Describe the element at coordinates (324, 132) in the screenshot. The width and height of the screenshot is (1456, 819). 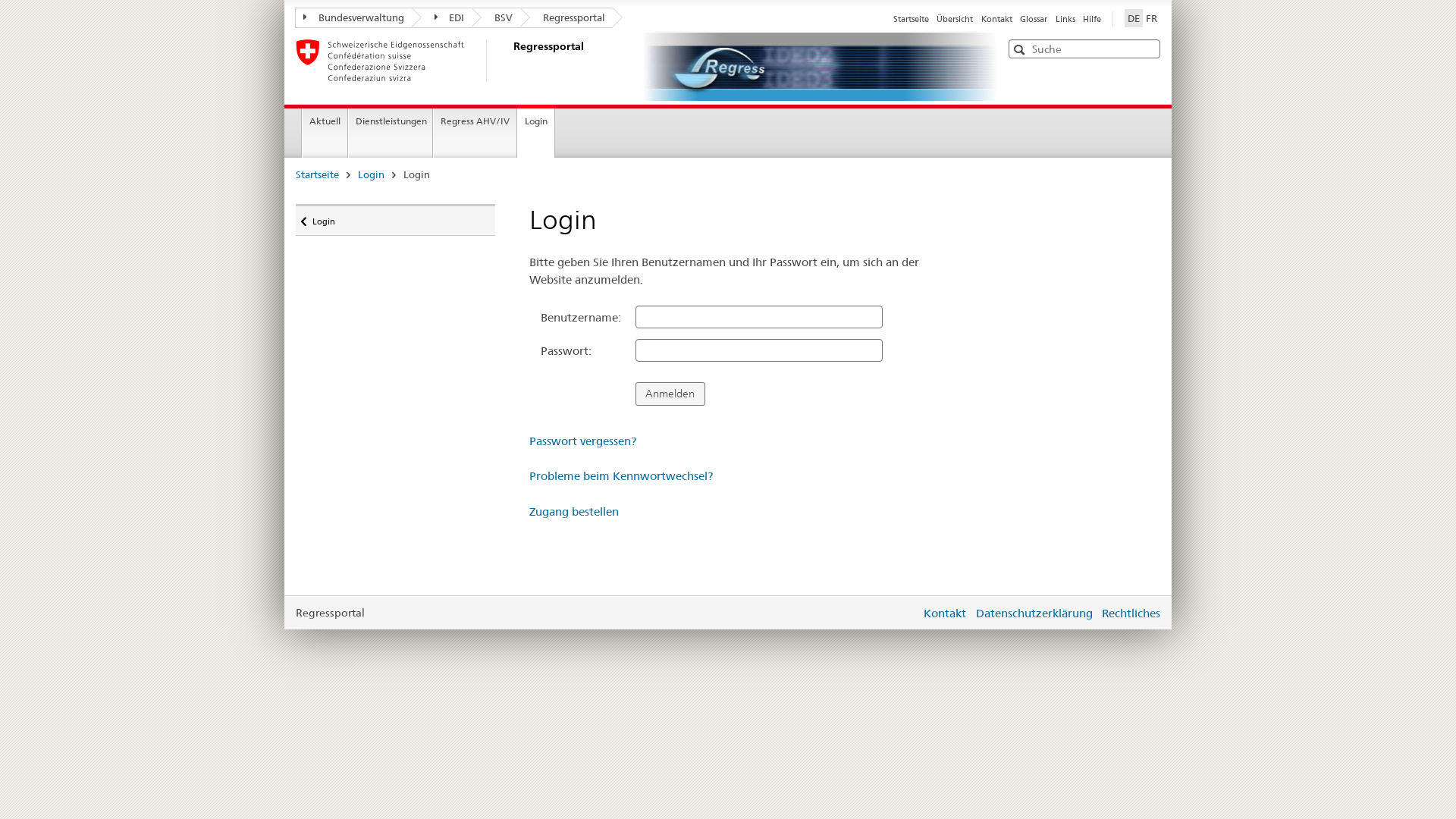
I see `'Aktuell'` at that location.